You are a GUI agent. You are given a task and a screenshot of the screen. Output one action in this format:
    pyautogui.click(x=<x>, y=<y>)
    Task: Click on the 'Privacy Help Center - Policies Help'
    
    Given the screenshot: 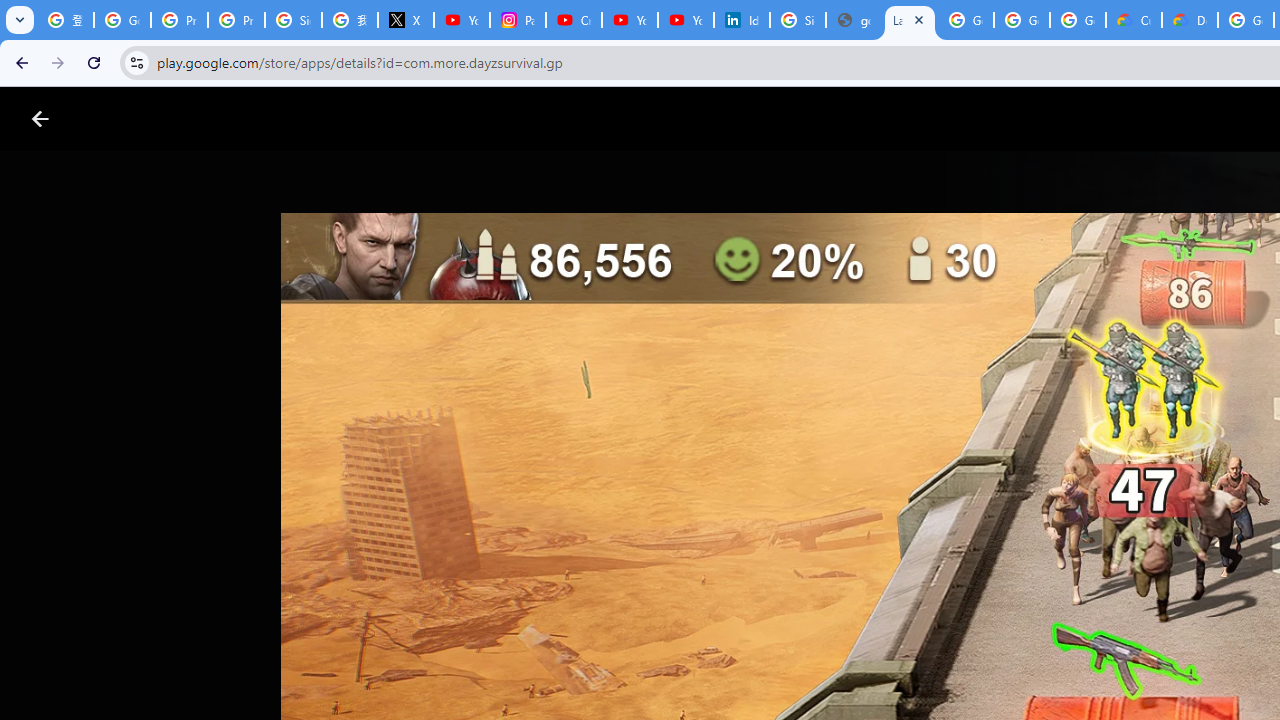 What is the action you would take?
    pyautogui.click(x=179, y=20)
    